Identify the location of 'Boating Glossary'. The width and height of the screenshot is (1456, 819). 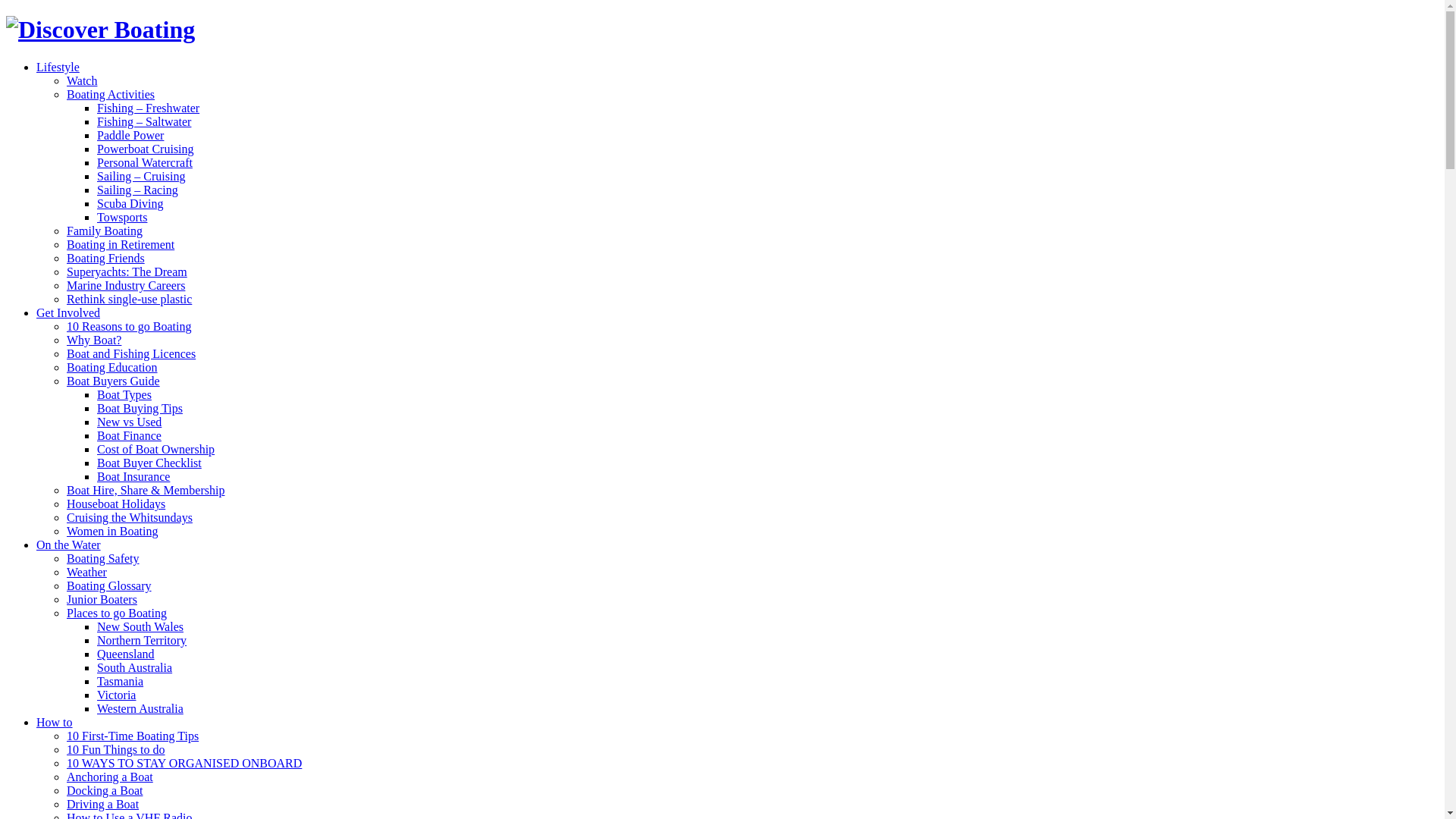
(108, 585).